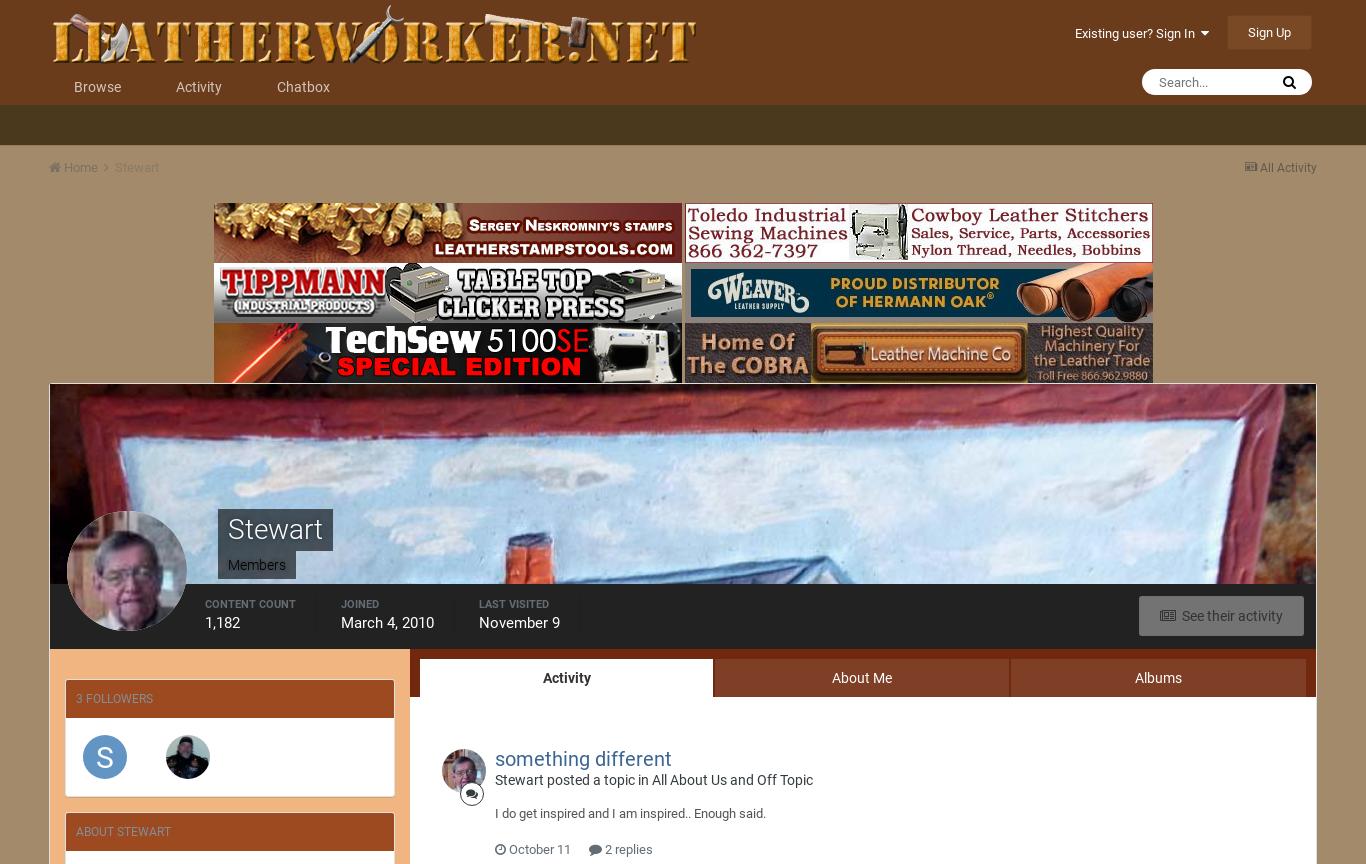  Describe the element at coordinates (386, 622) in the screenshot. I see `'March 4, 2010'` at that location.